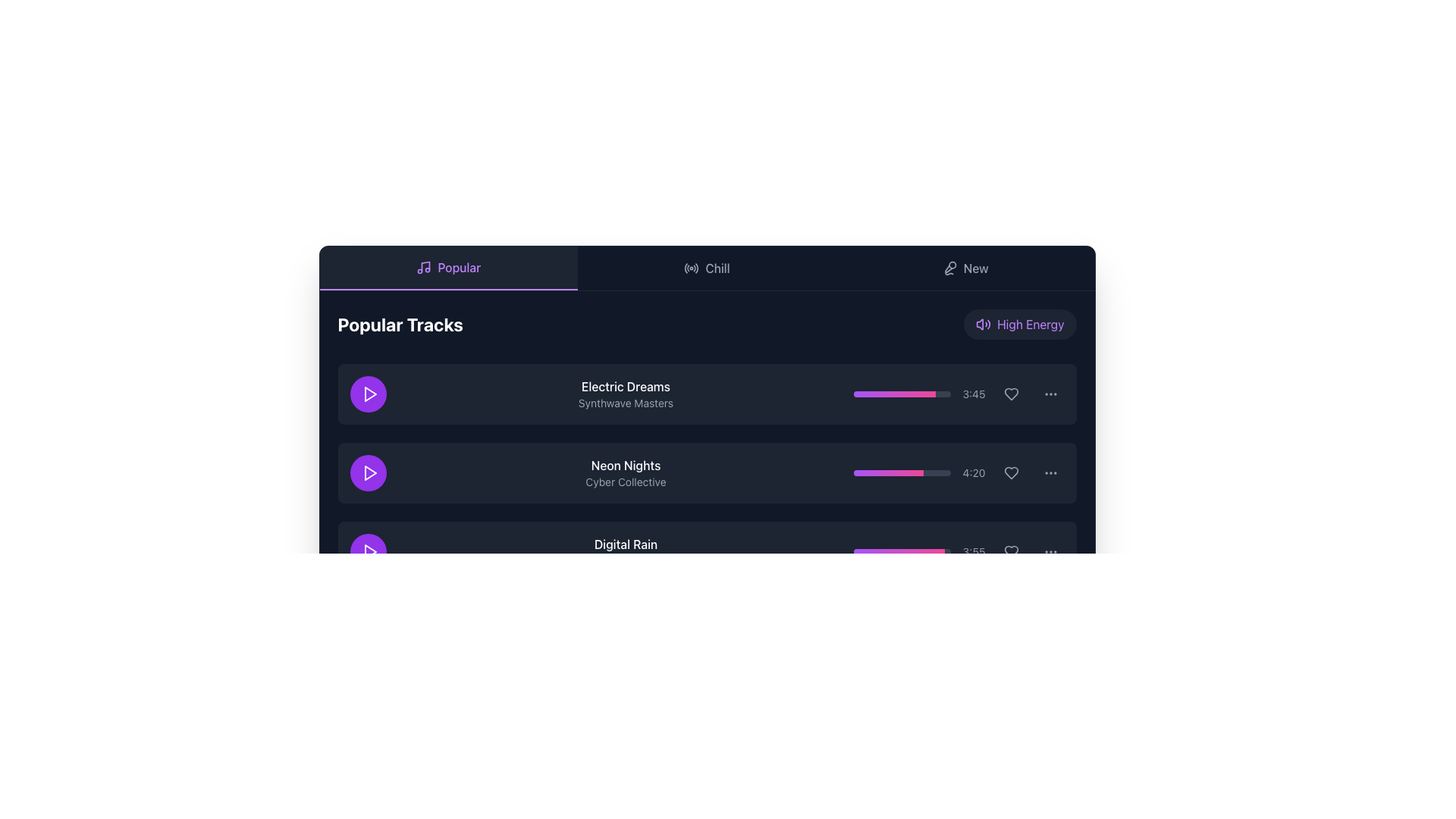 This screenshot has width=1456, height=819. I want to click on the text label displaying 'New' located in the top-right corner of the interface, part of the horizontal navigation bar, so click(976, 268).